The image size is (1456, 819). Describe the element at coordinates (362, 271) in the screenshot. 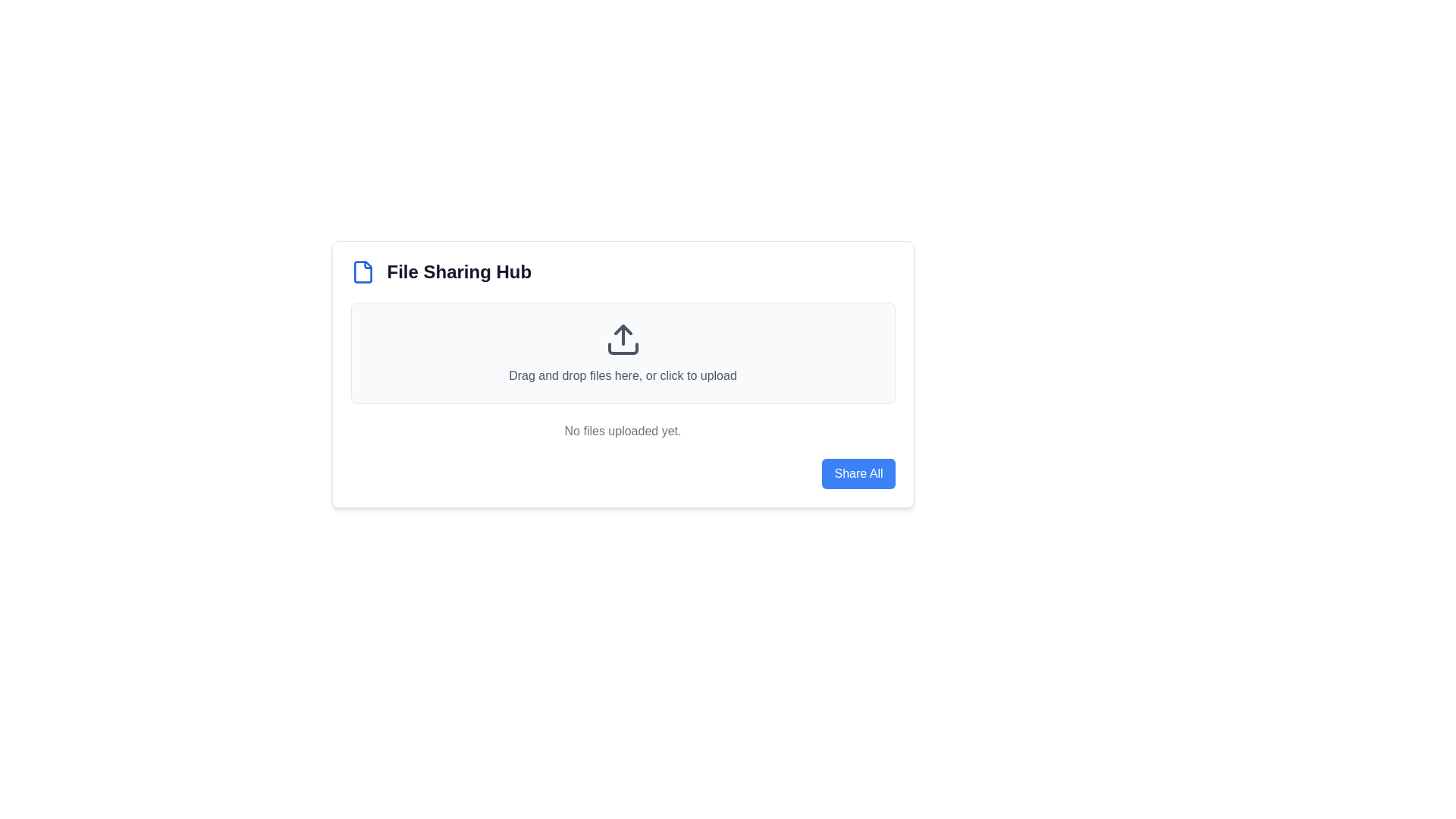

I see `the file-sharing icon located immediately to the left of the 'File Sharing Hub' text if it is interactive` at that location.